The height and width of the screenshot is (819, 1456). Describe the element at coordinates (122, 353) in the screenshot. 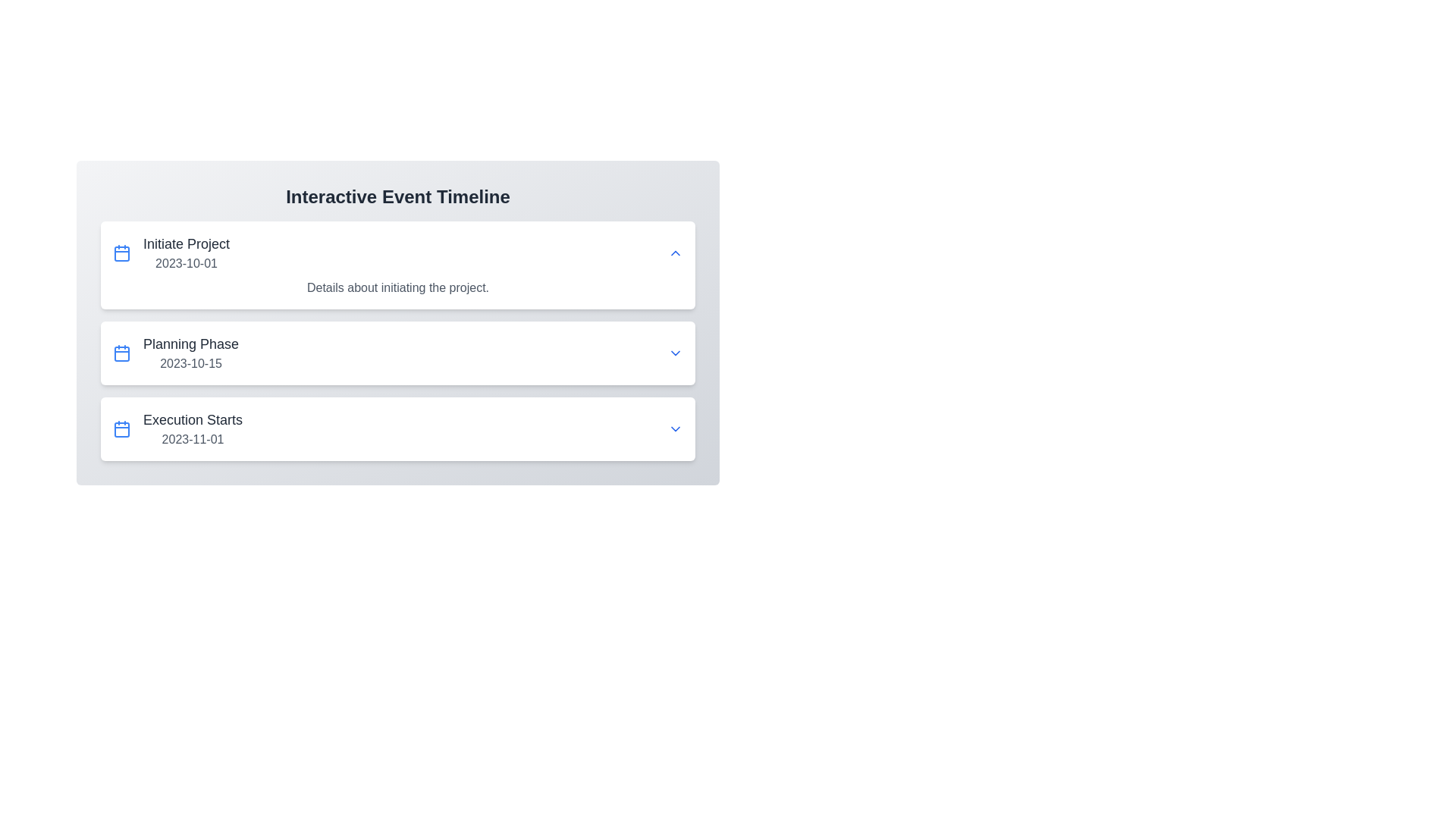

I see `the calendar icon that is positioned to the left of the text 'Planning Phase'` at that location.